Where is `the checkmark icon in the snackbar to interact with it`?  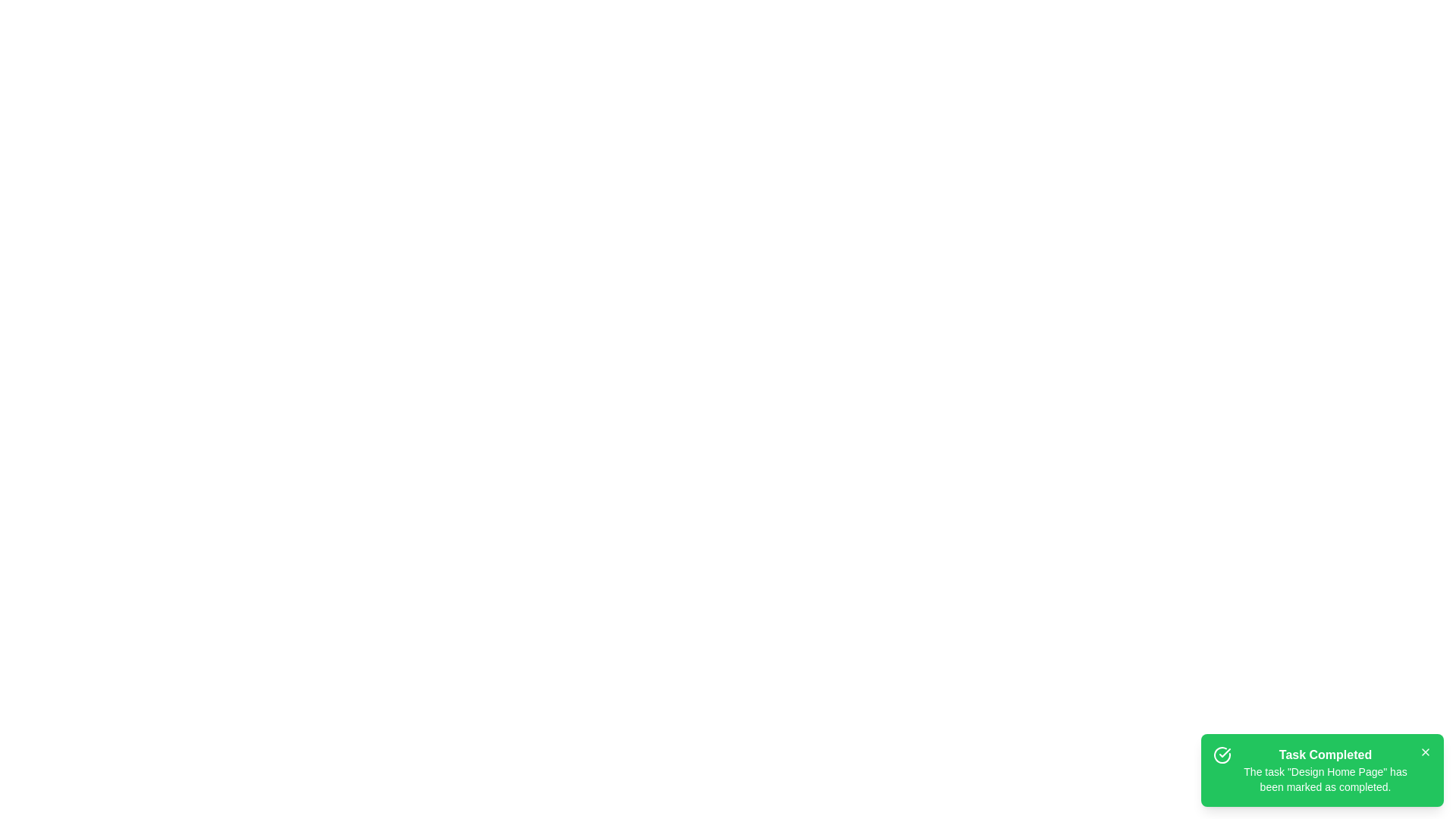
the checkmark icon in the snackbar to interact with it is located at coordinates (1222, 755).